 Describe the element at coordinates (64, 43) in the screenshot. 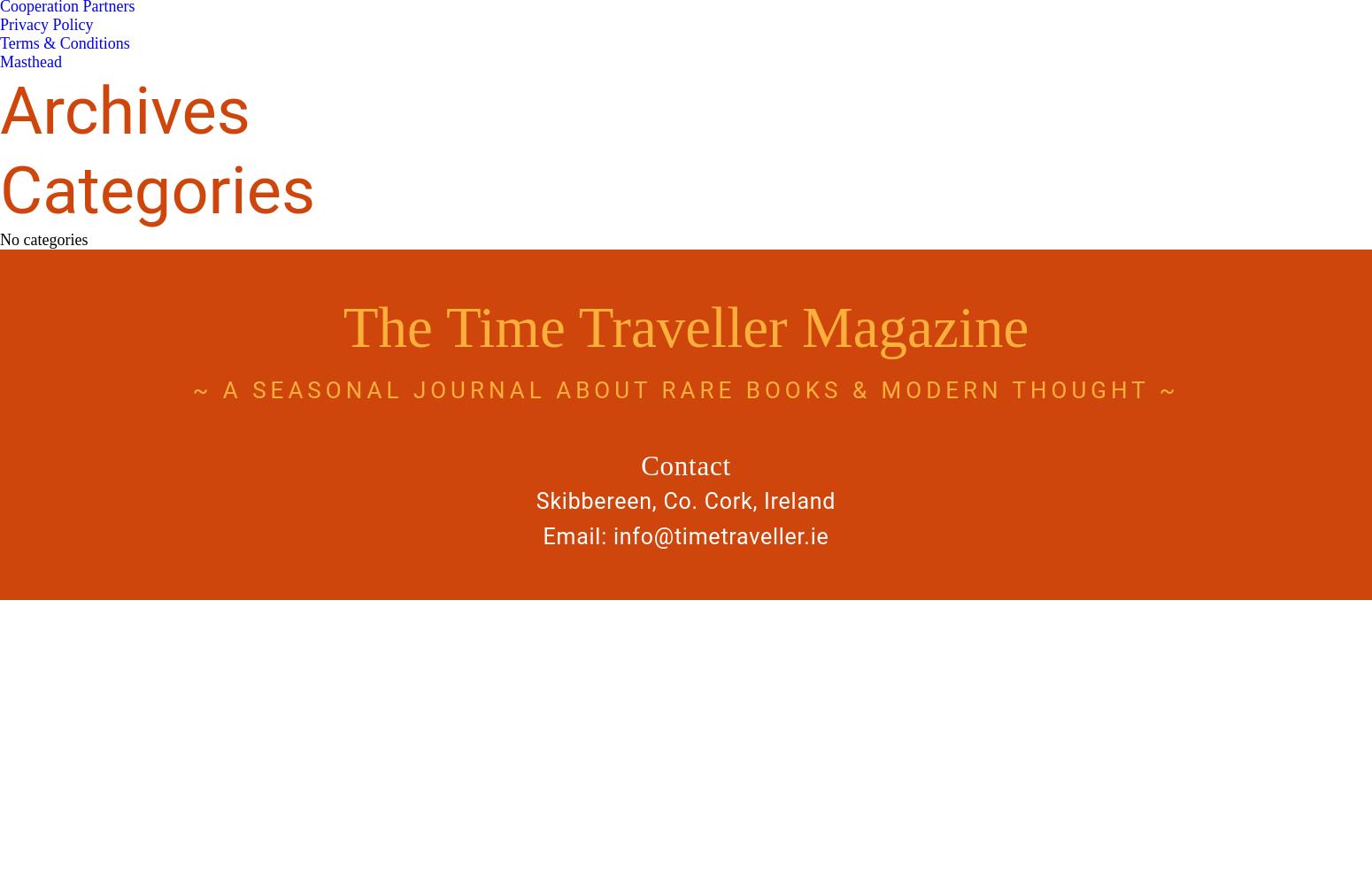

I see `'Terms & Conditions'` at that location.